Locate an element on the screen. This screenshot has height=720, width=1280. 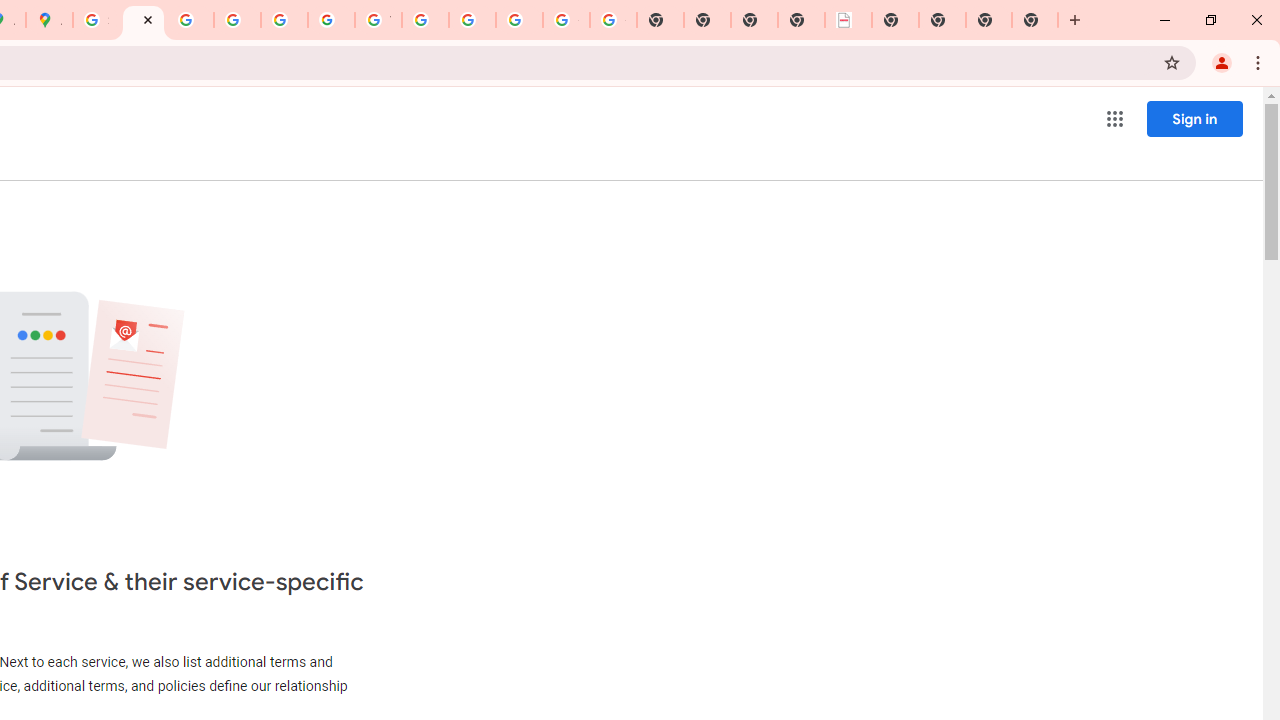
'New Tab' is located at coordinates (1035, 20).